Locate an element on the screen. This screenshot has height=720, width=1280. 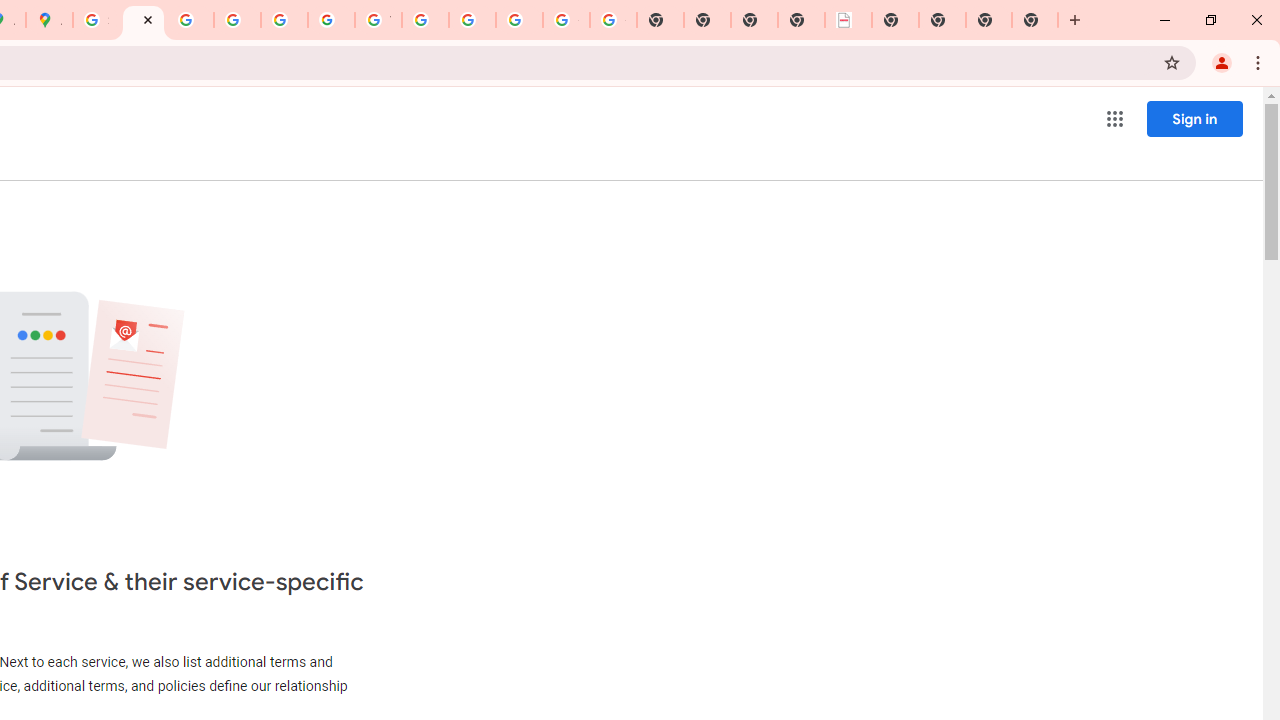
'New Tab' is located at coordinates (1035, 20).